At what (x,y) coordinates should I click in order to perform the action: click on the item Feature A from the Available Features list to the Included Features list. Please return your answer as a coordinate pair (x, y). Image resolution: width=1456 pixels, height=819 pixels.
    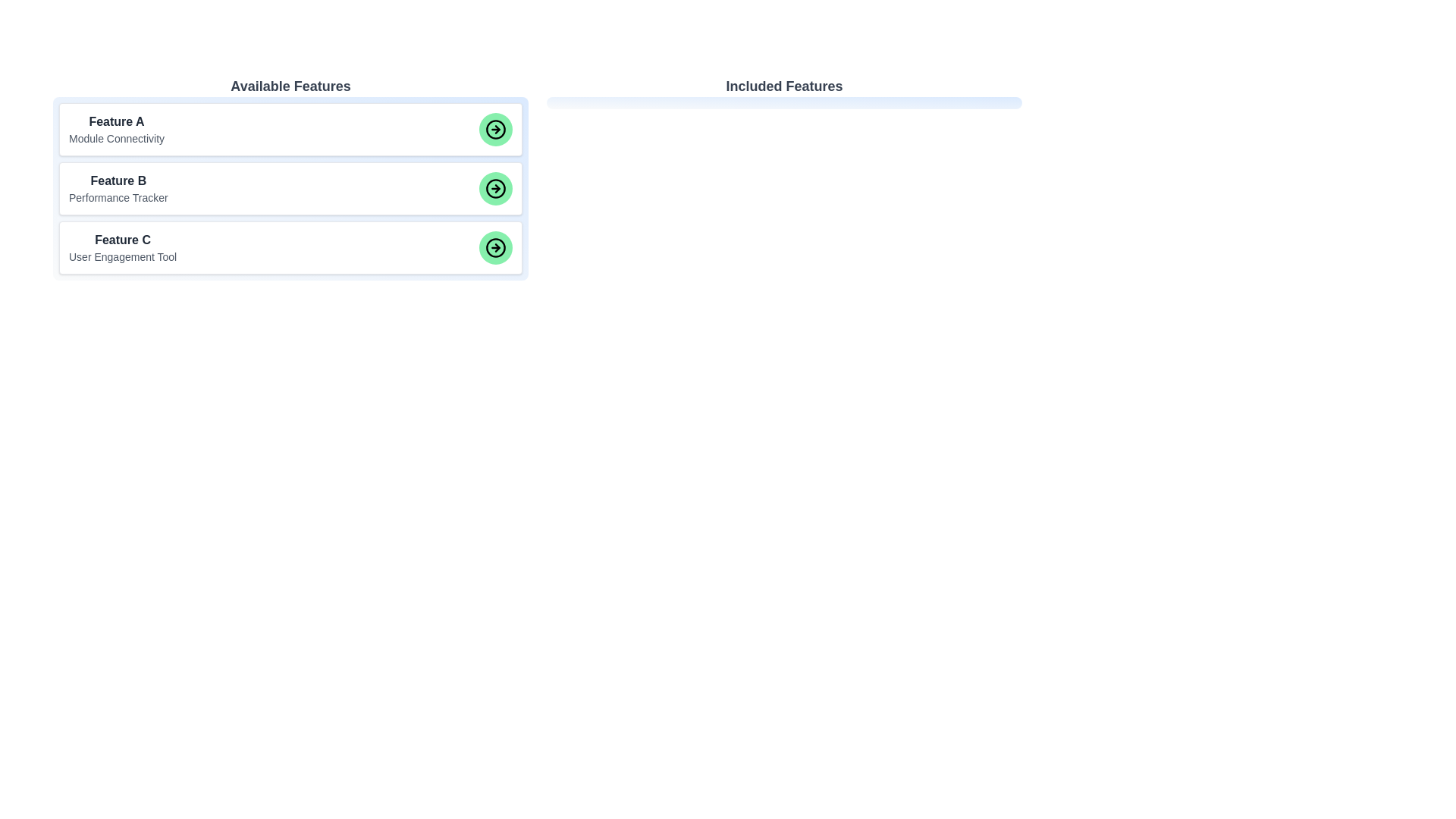
    Looking at the image, I should click on (290, 128).